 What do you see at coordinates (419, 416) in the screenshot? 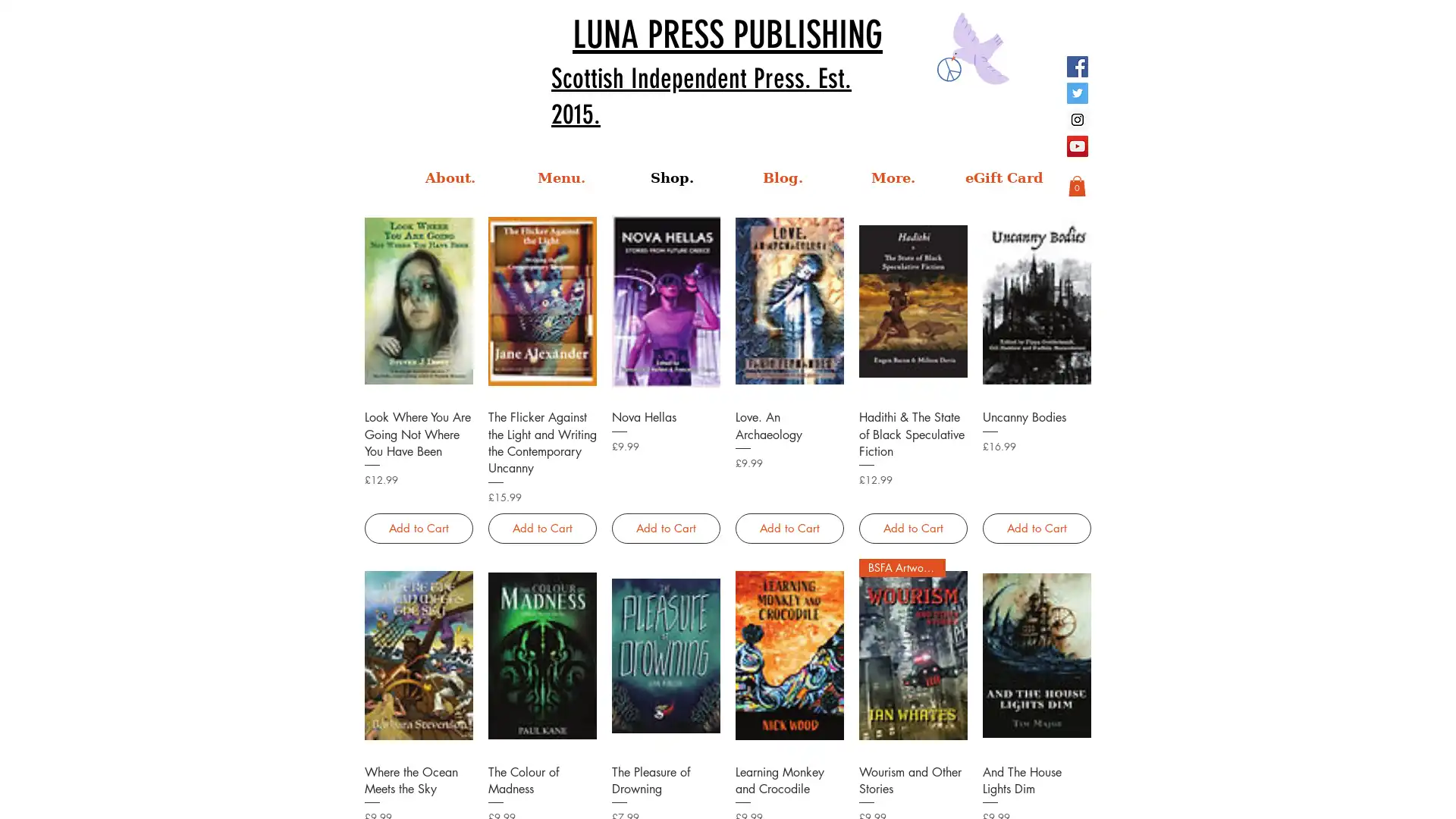
I see `Quick View` at bounding box center [419, 416].